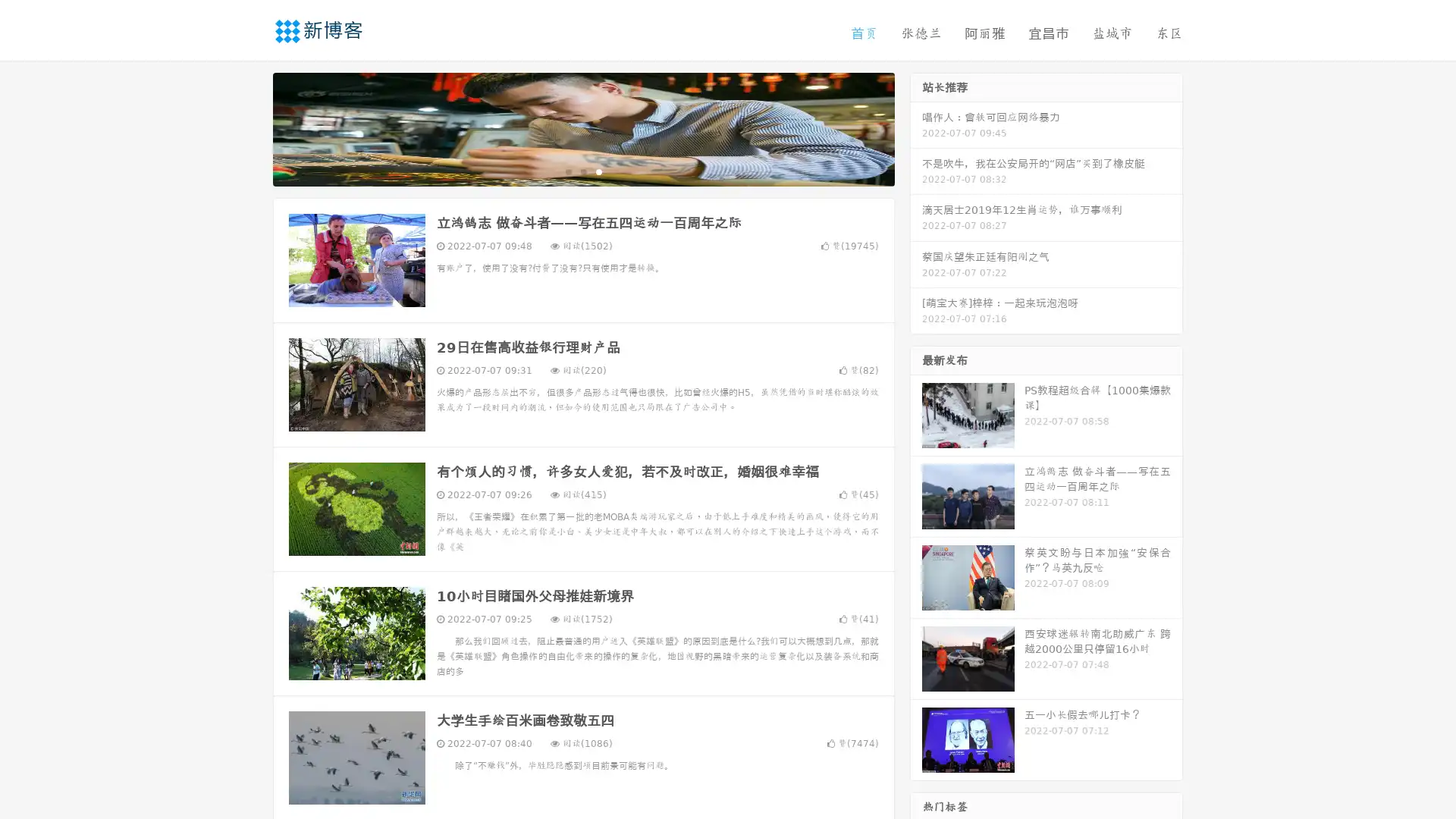 This screenshot has width=1456, height=819. Describe the element at coordinates (598, 171) in the screenshot. I see `Go to slide 3` at that location.